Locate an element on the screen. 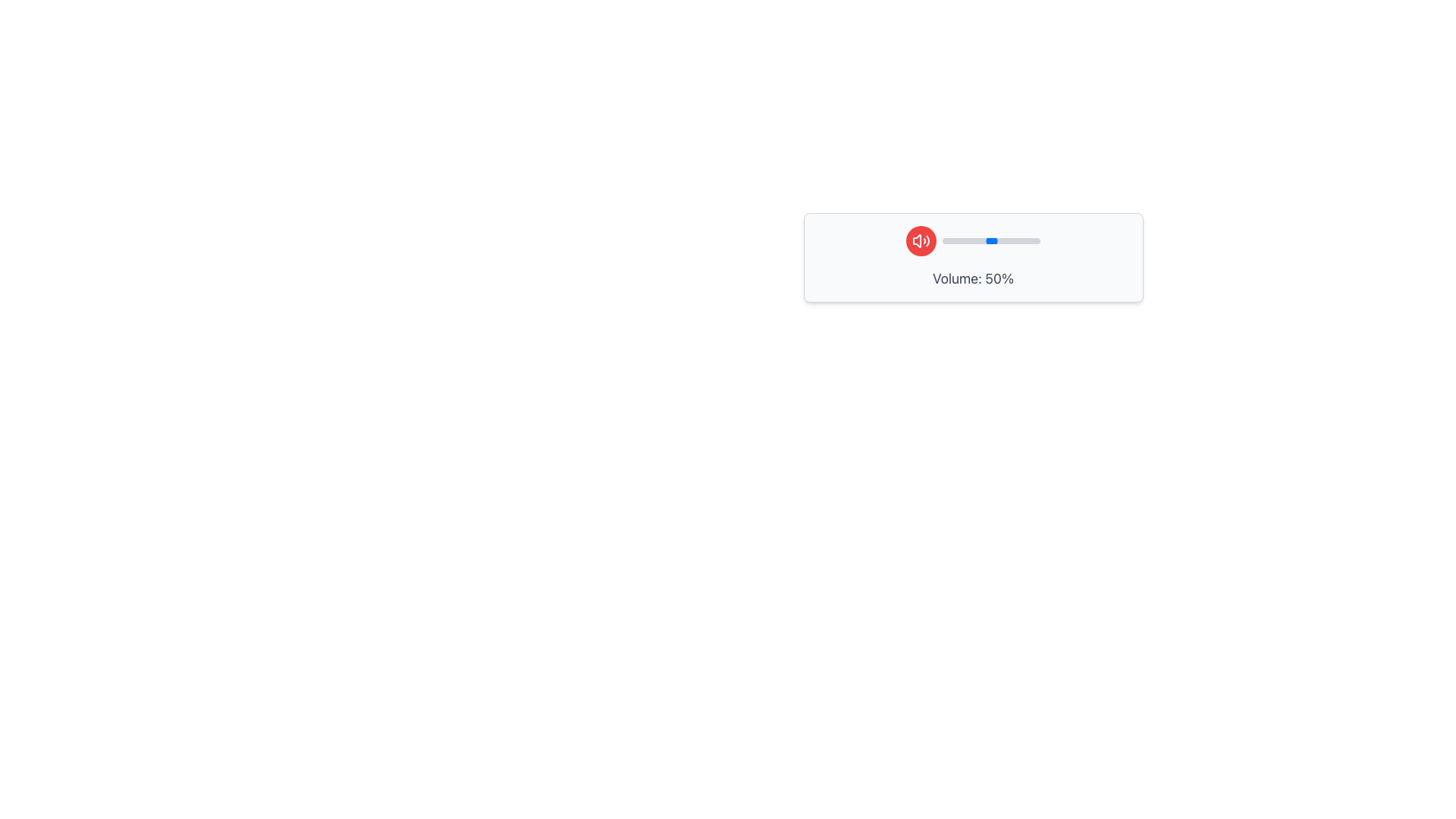 The width and height of the screenshot is (1456, 819). volume is located at coordinates (989, 240).